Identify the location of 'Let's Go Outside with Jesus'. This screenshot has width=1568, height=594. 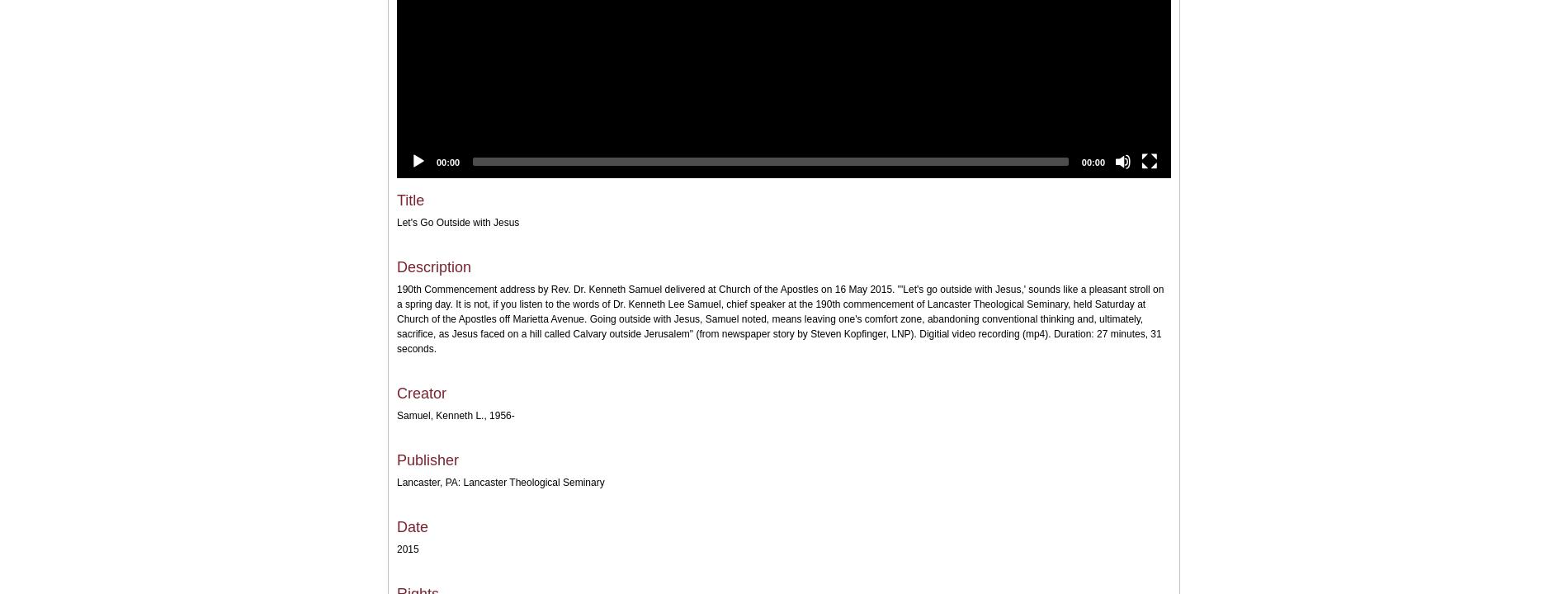
(457, 223).